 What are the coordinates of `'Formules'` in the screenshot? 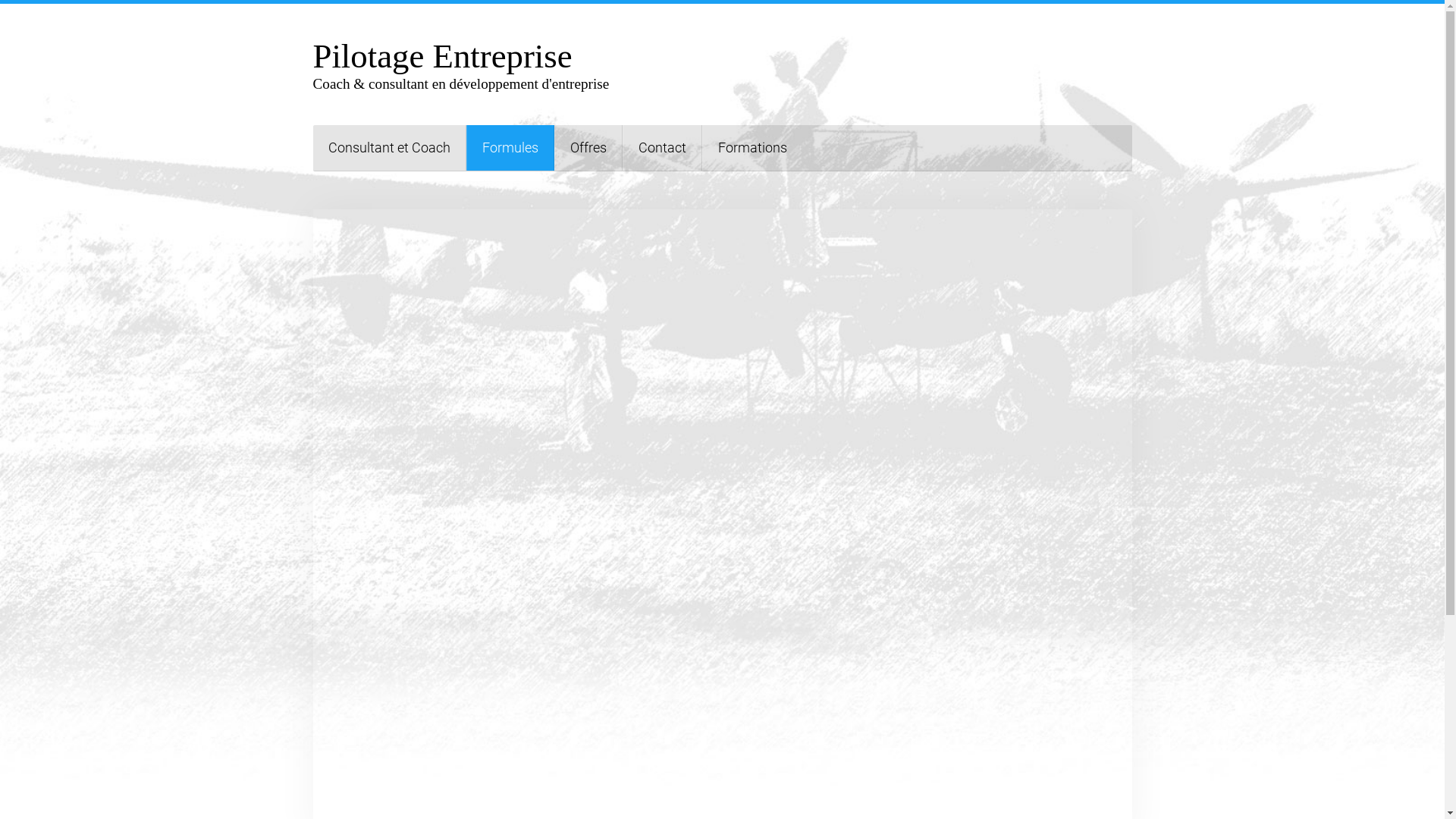 It's located at (510, 148).